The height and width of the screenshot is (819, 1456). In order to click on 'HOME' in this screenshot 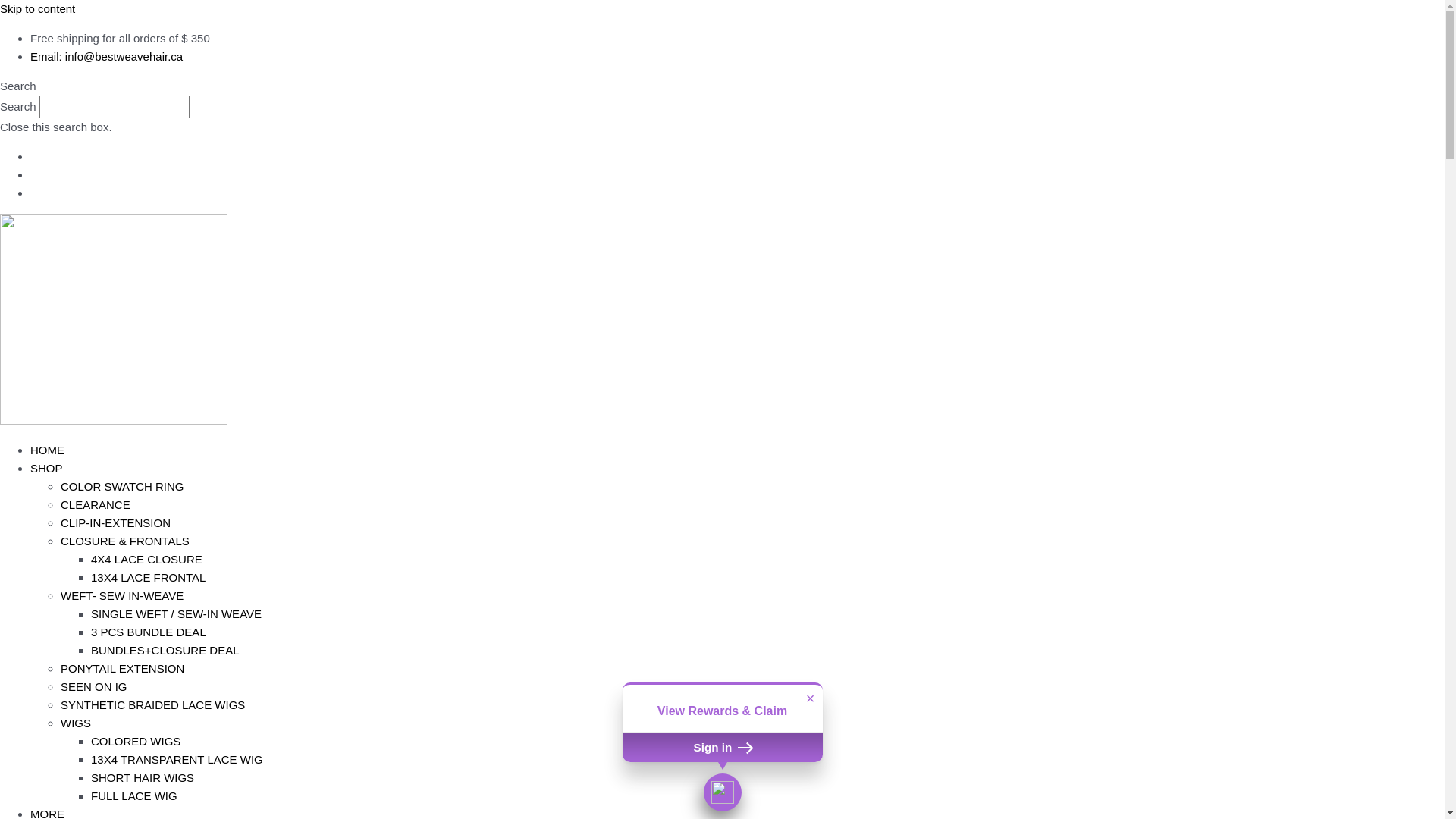, I will do `click(47, 449)`.